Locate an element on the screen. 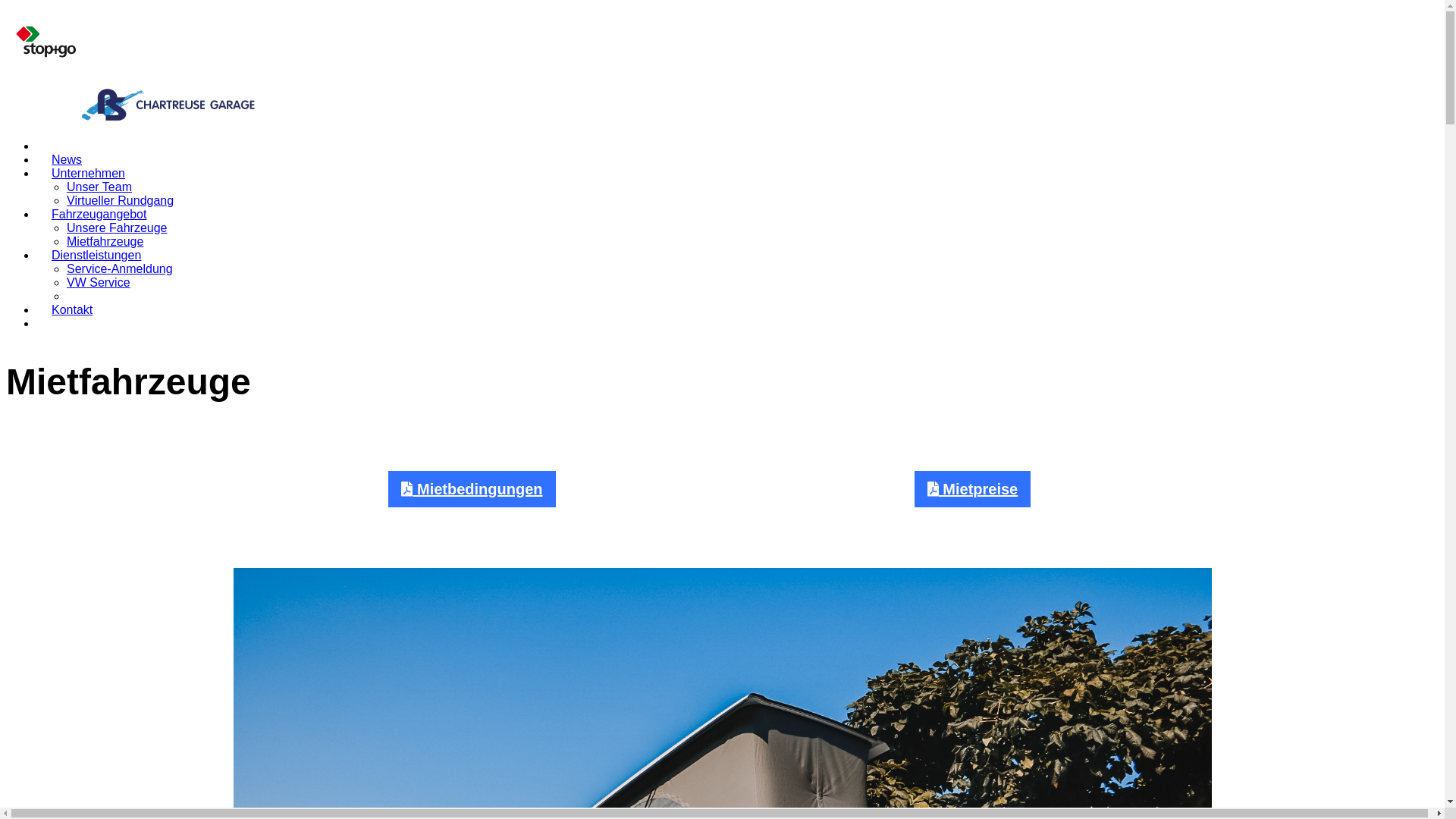  'Mietbedingungen' is located at coordinates (471, 488).